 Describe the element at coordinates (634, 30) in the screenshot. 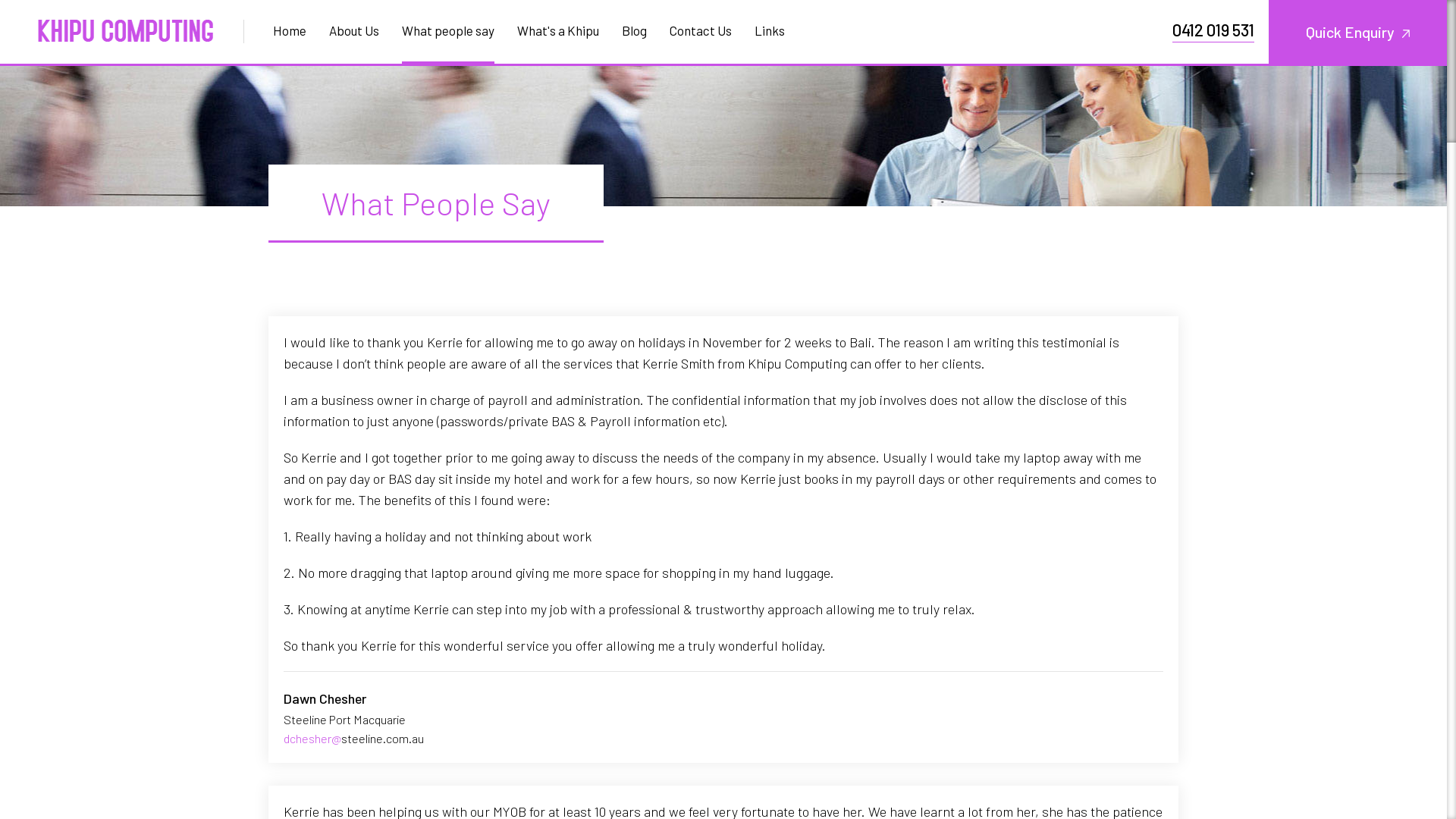

I see `'Blog'` at that location.